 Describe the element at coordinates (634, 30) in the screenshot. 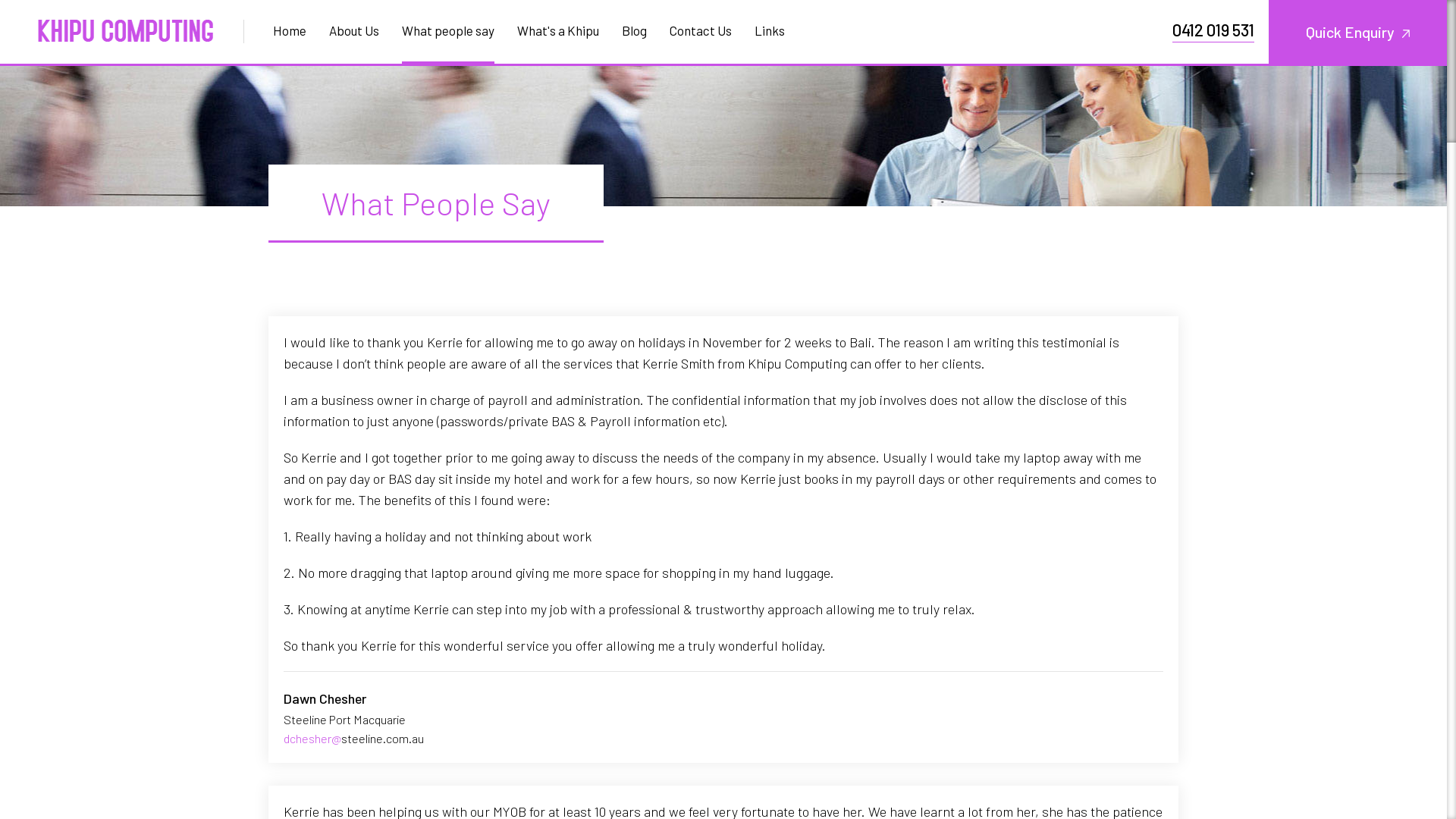

I see `'Blog'` at that location.